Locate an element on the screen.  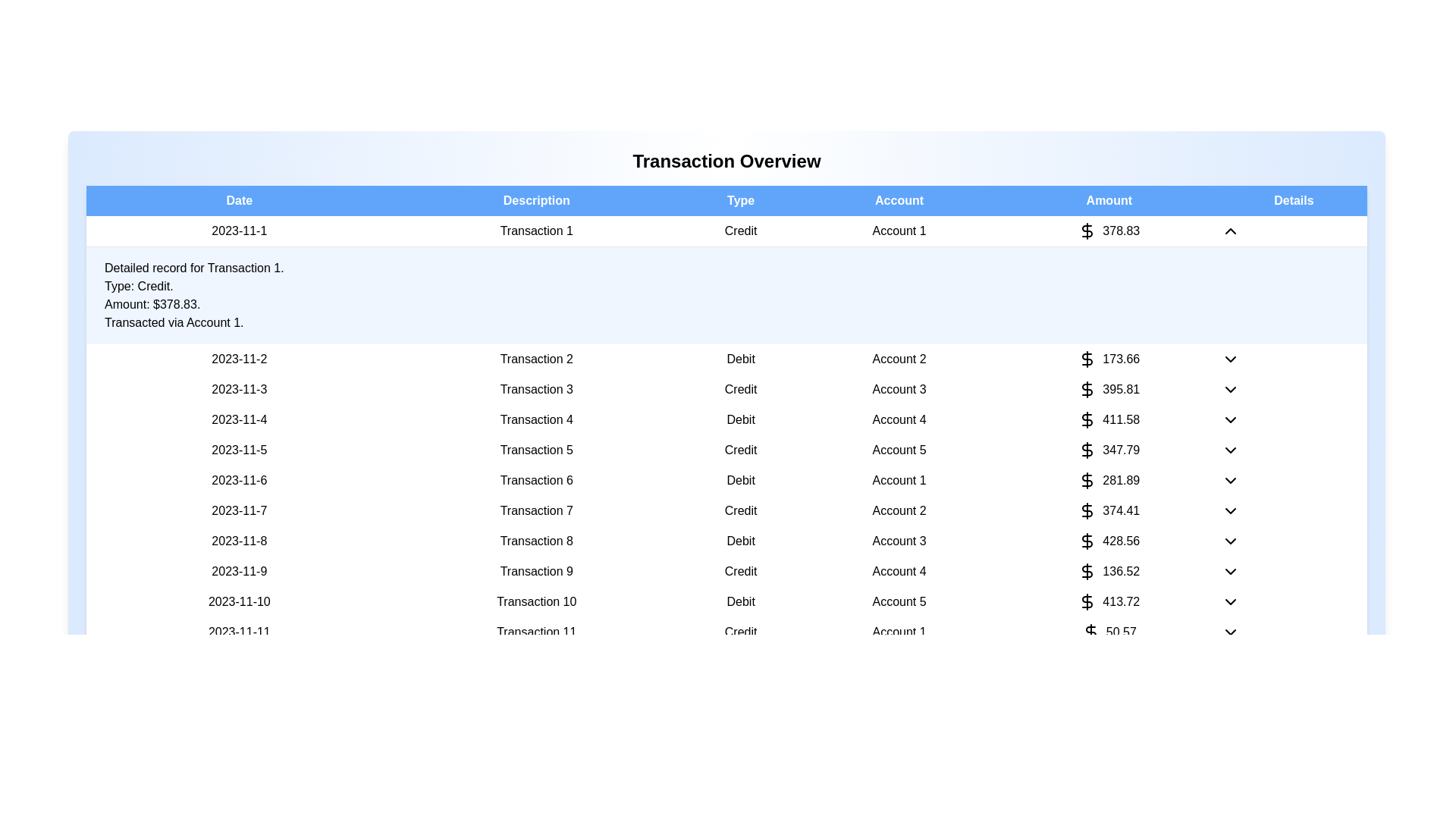
the column header Description to sort or filter the transactions is located at coordinates (536, 200).